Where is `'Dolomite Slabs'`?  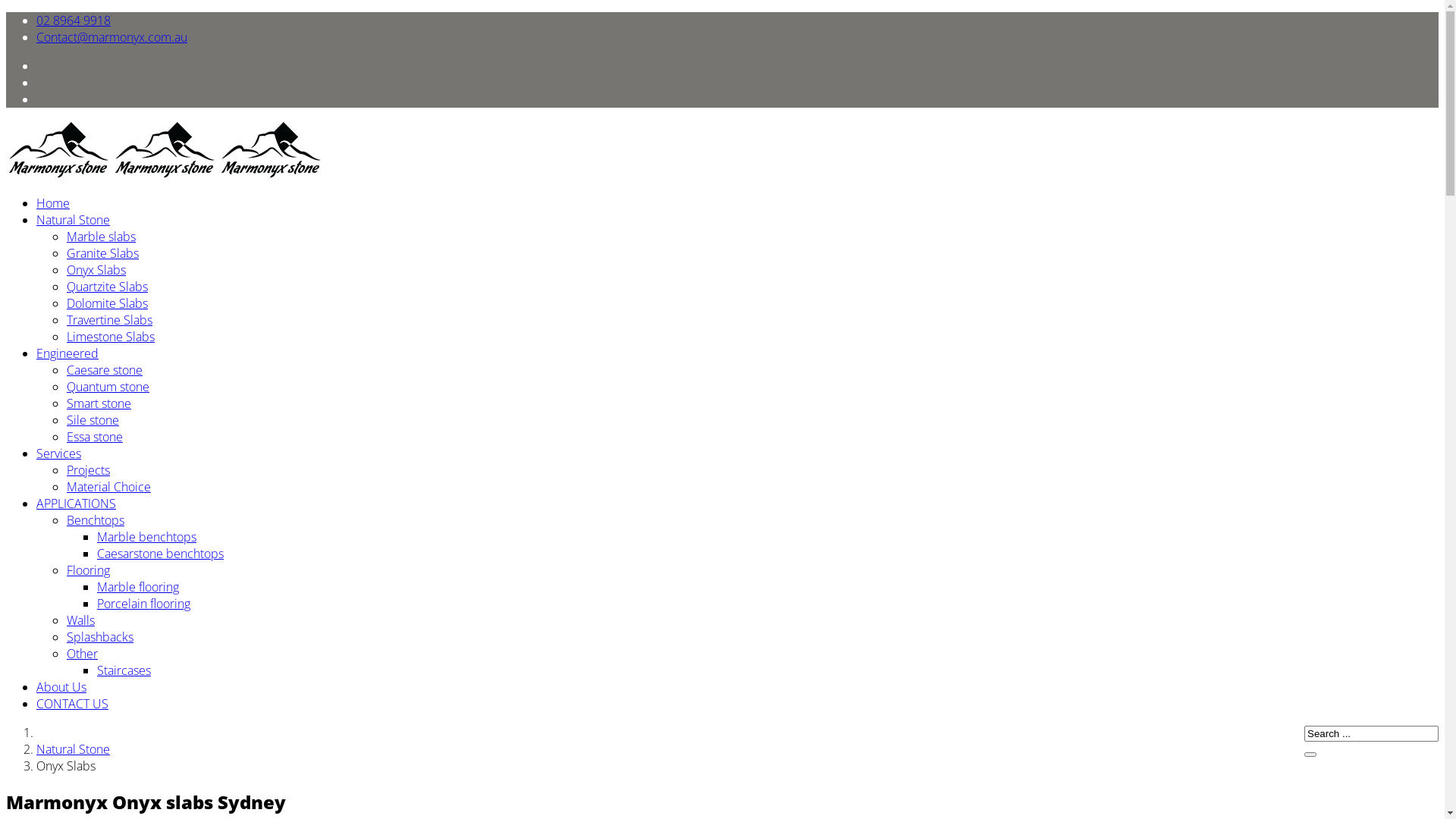 'Dolomite Slabs' is located at coordinates (106, 303).